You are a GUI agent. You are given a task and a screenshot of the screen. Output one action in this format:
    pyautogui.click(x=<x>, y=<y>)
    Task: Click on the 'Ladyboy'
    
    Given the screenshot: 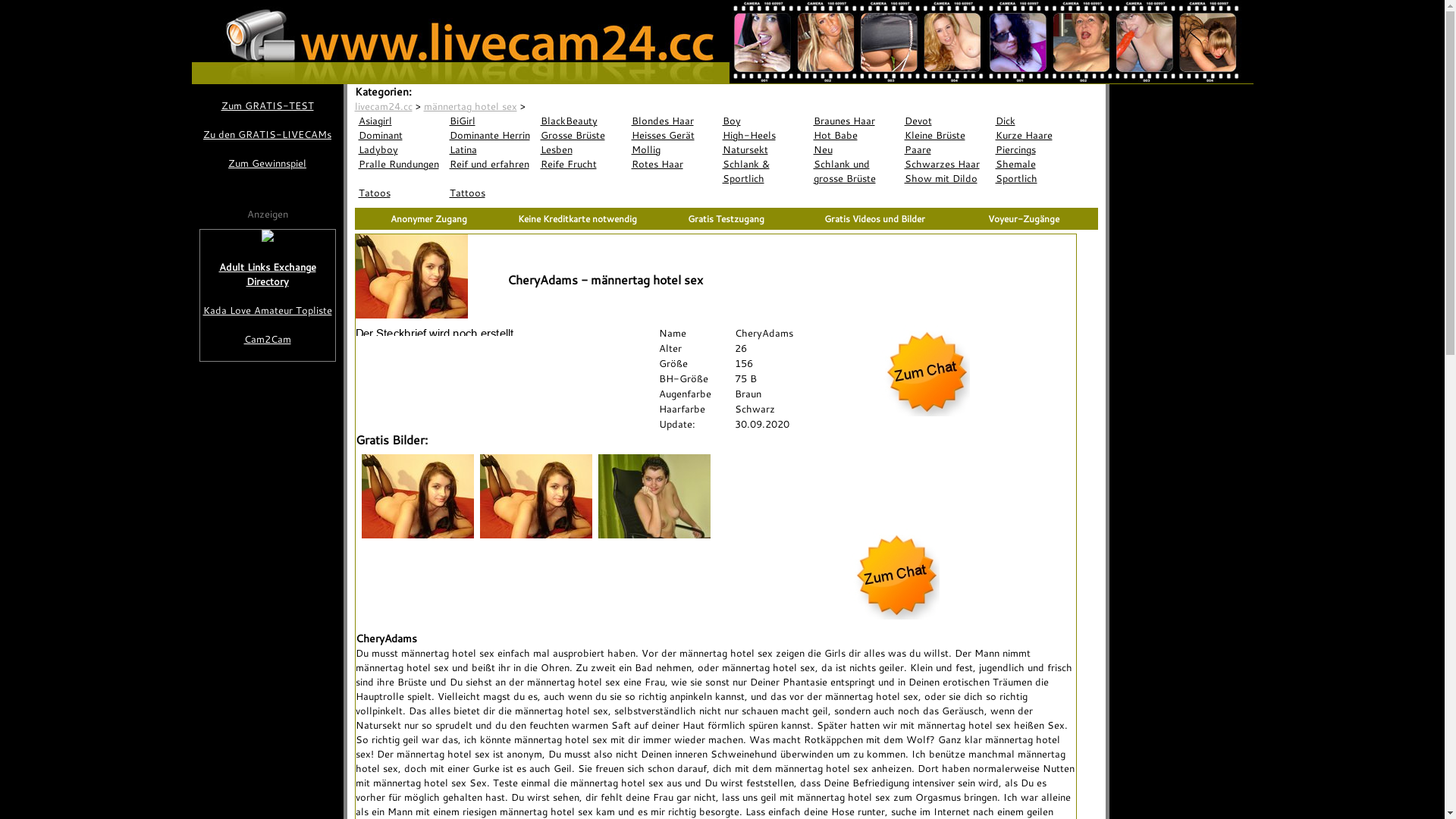 What is the action you would take?
    pyautogui.click(x=400, y=149)
    